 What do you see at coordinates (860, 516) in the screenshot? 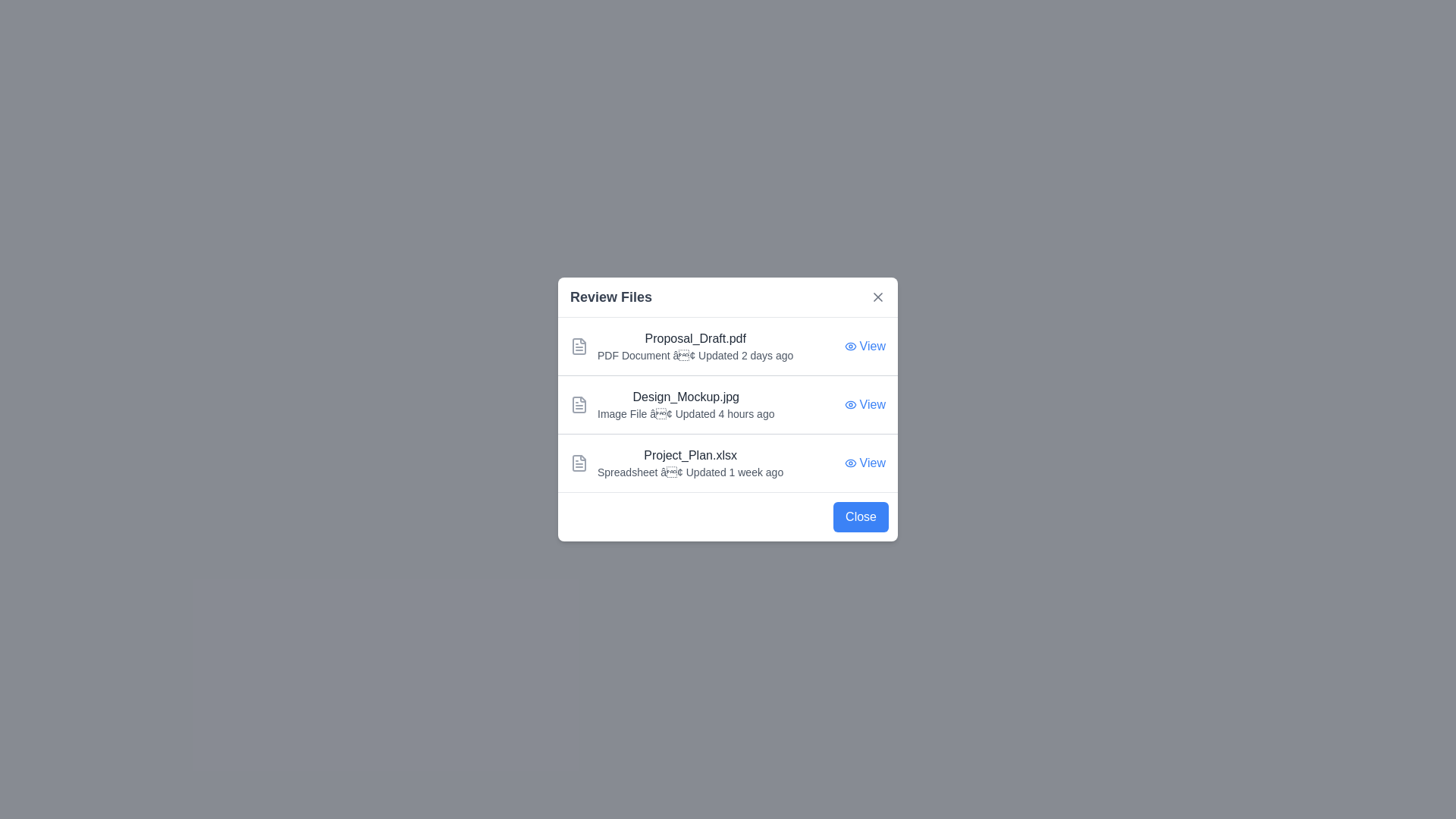
I see `the 'Close' button to close the dialog` at bounding box center [860, 516].